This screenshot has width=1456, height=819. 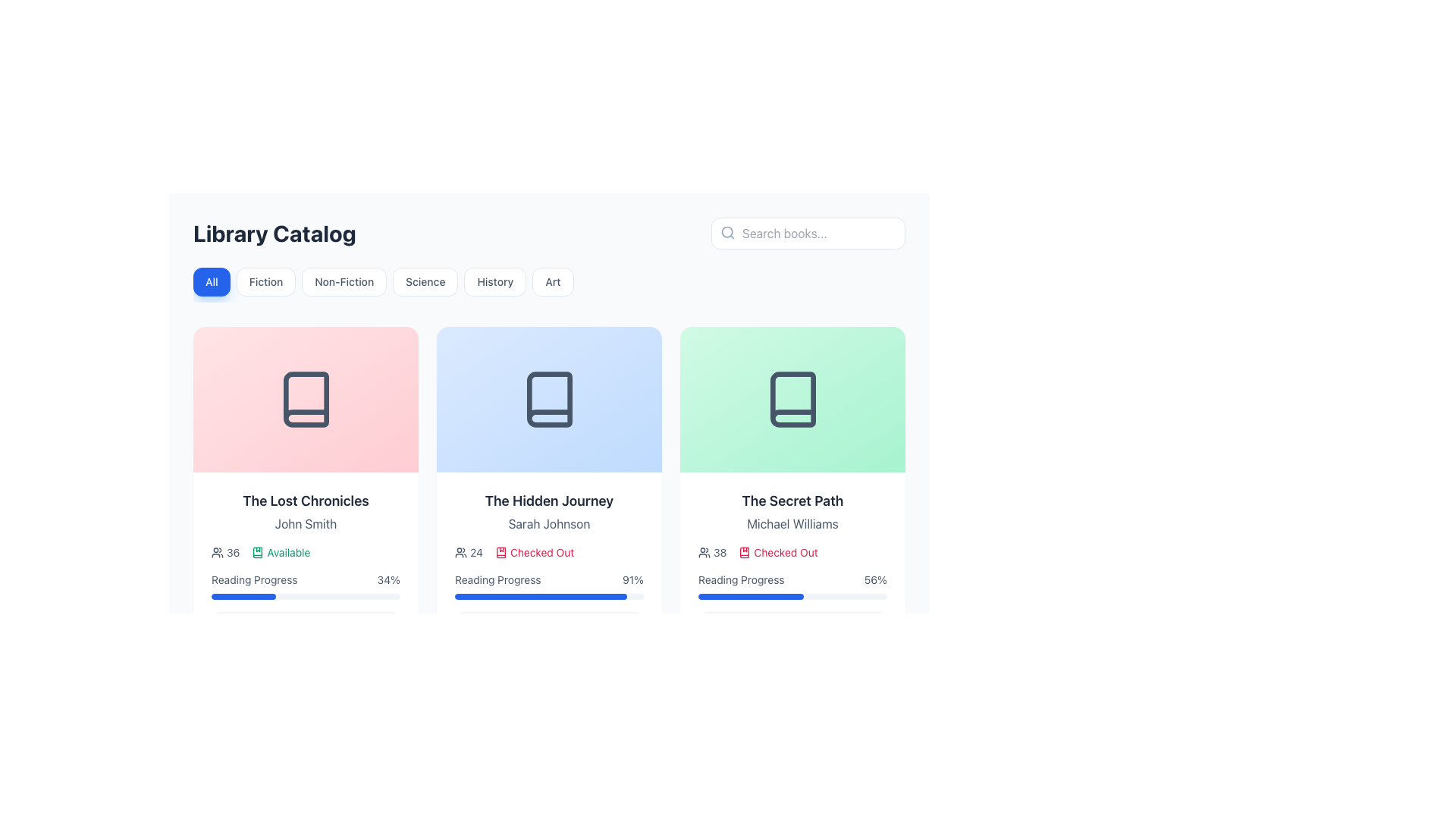 I want to click on user count information displayed in the second book card, located under the title and author information, to the left of the 'Checked Out' text, so click(x=468, y=553).